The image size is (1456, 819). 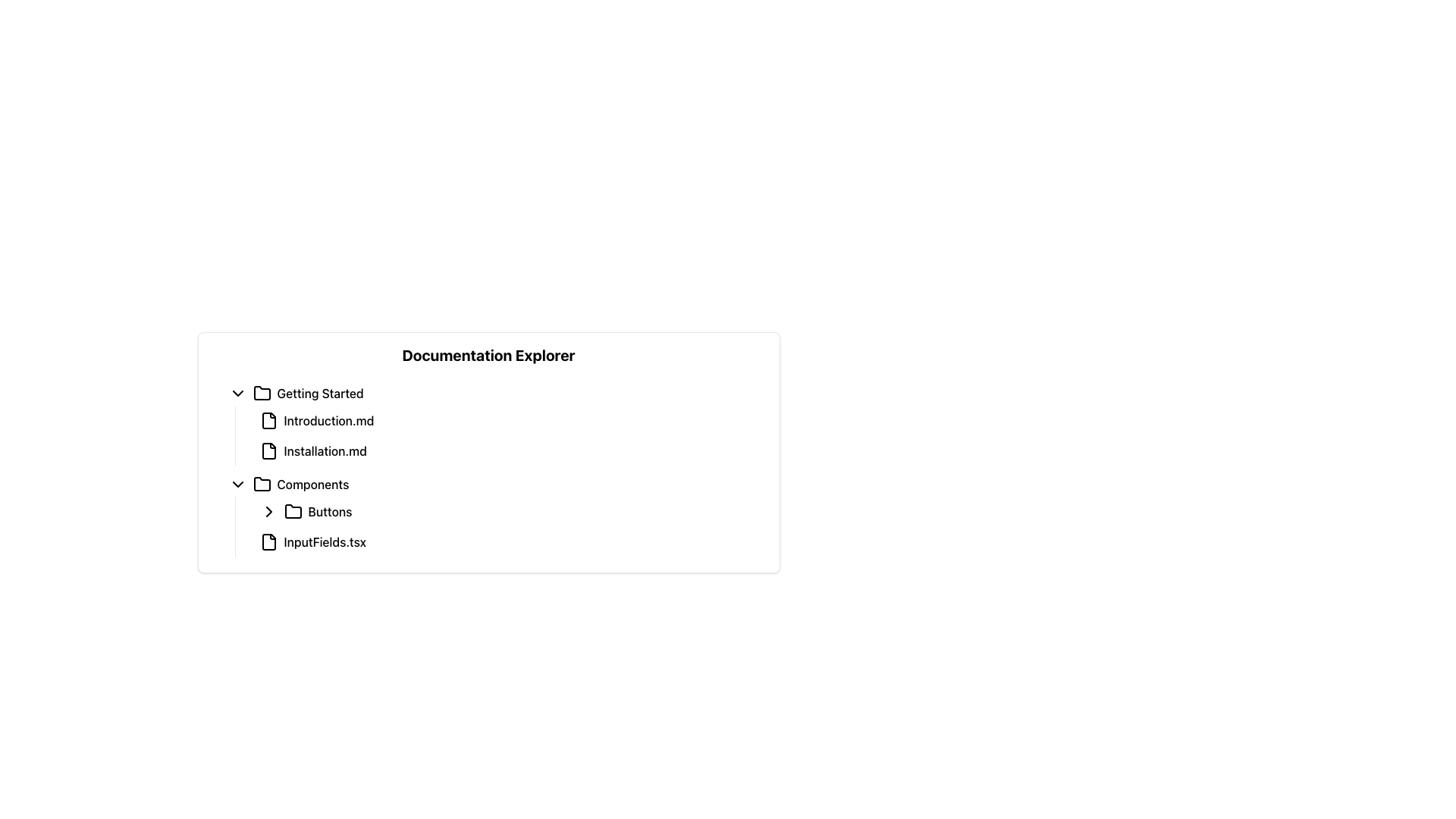 What do you see at coordinates (300, 485) in the screenshot?
I see `the selectable menu item labeled 'Components' located in the 'Documentation Explorer' under 'Getting Started'` at bounding box center [300, 485].